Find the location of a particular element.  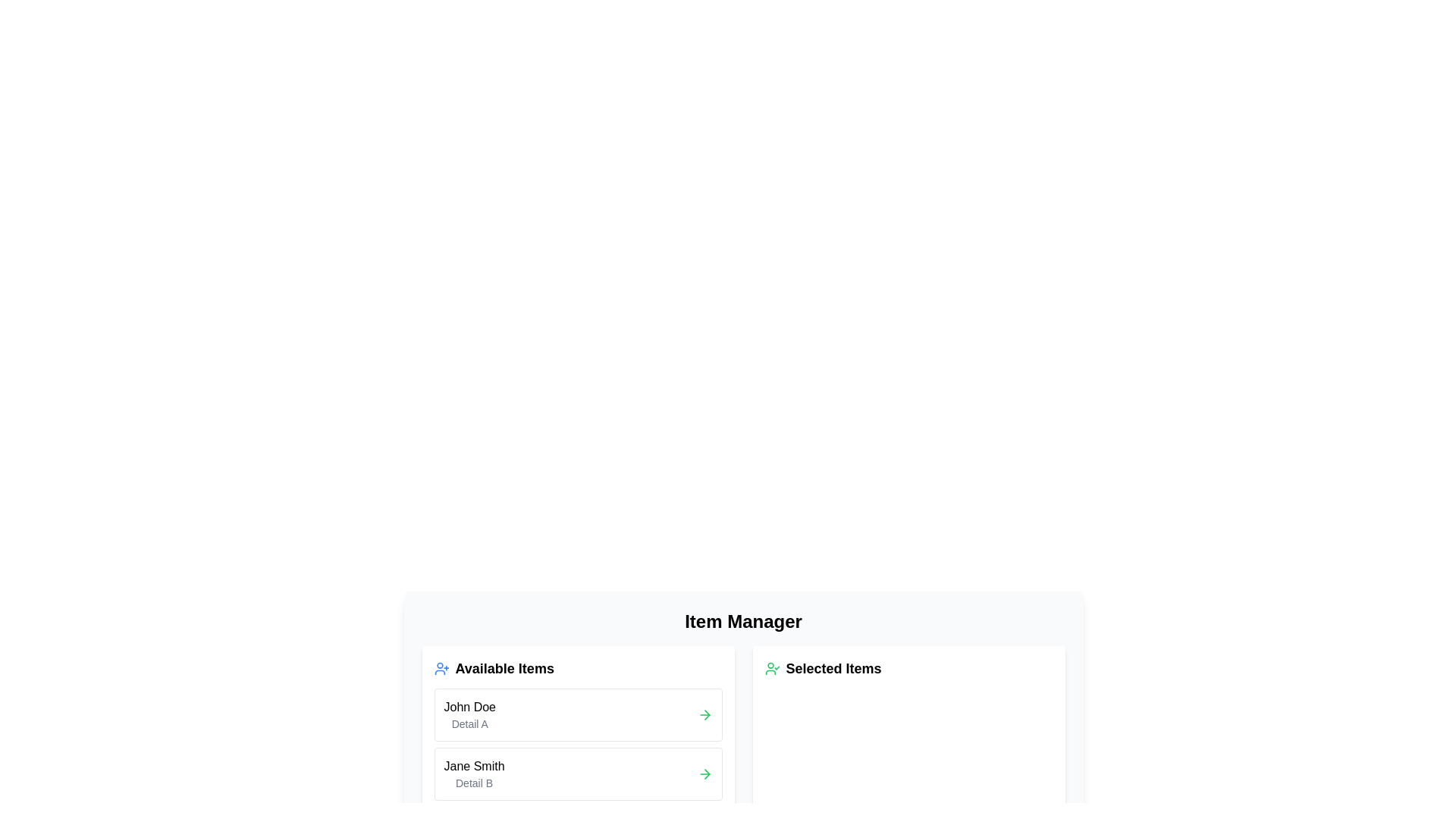

the label displaying 'Jane Smith' and 'Detail B' to emphasize its state in the 'Available Items' column of the 'Item Manager' interface is located at coordinates (473, 774).